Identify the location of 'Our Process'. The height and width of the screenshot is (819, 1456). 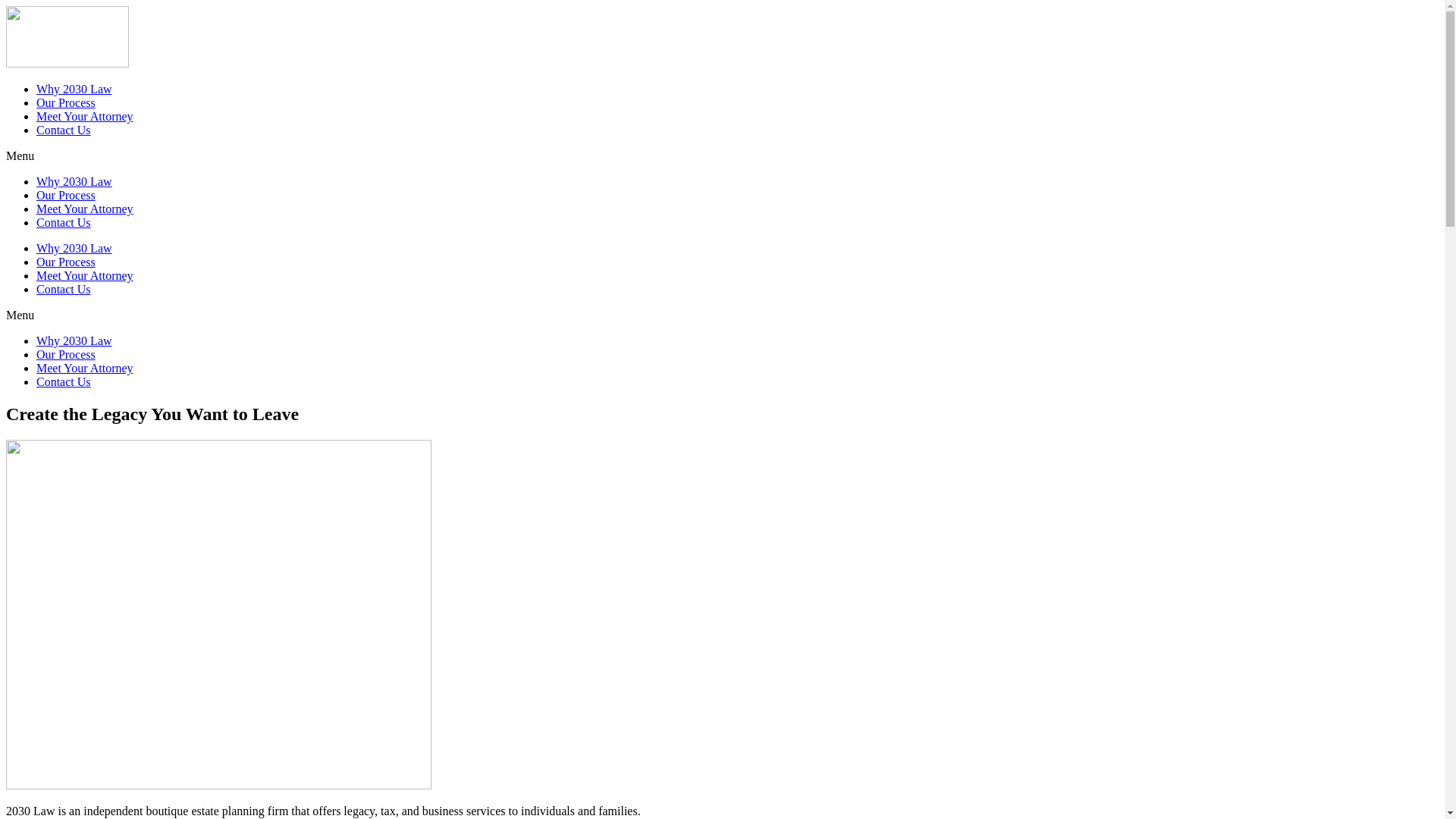
(64, 354).